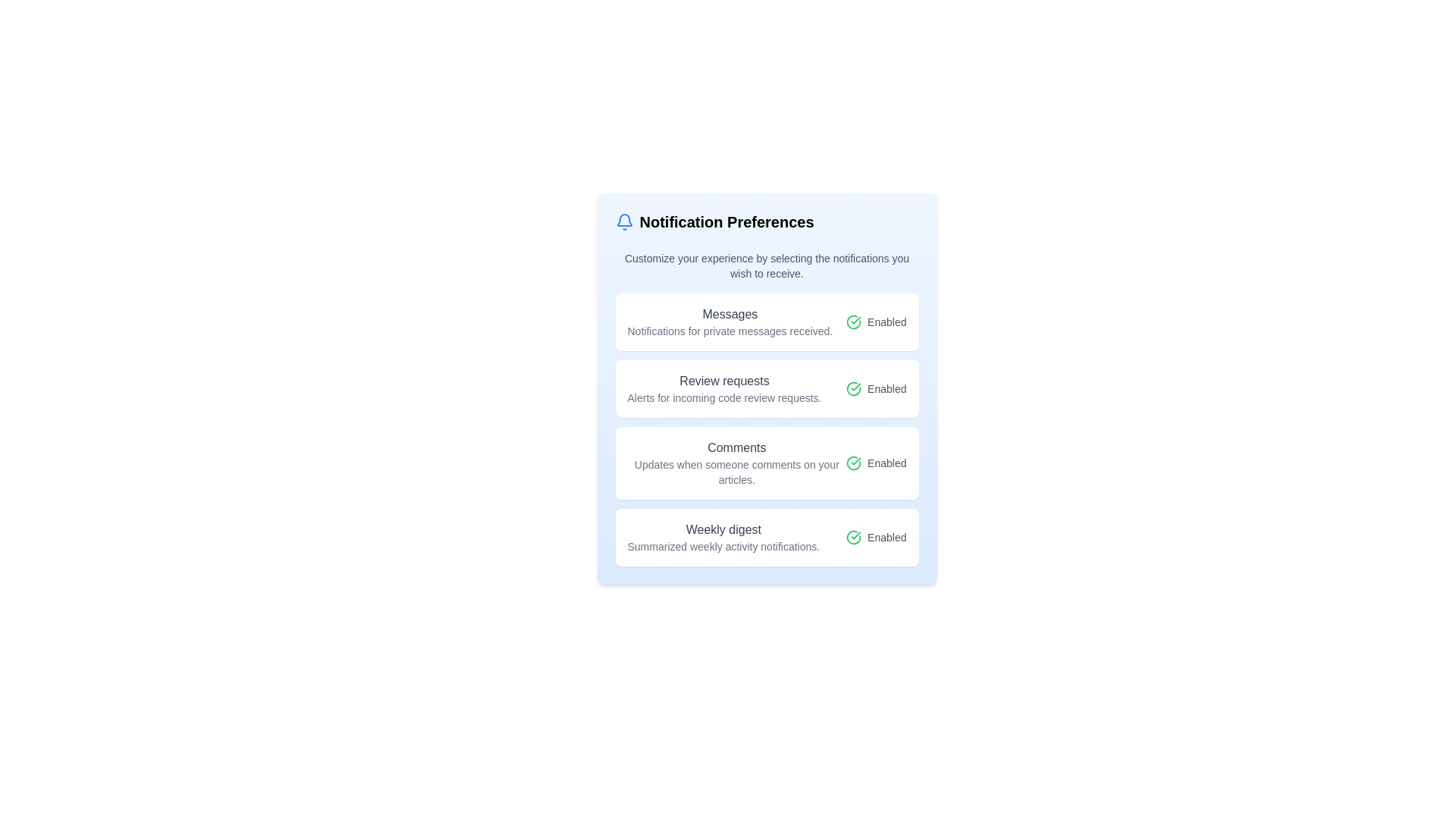 This screenshot has width=1456, height=819. Describe the element at coordinates (730, 314) in the screenshot. I see `the Text Label that serves as a header for the notification option in the 'Notification Preferences' panel, located above the text 'Notifications for private messages received.'` at that location.